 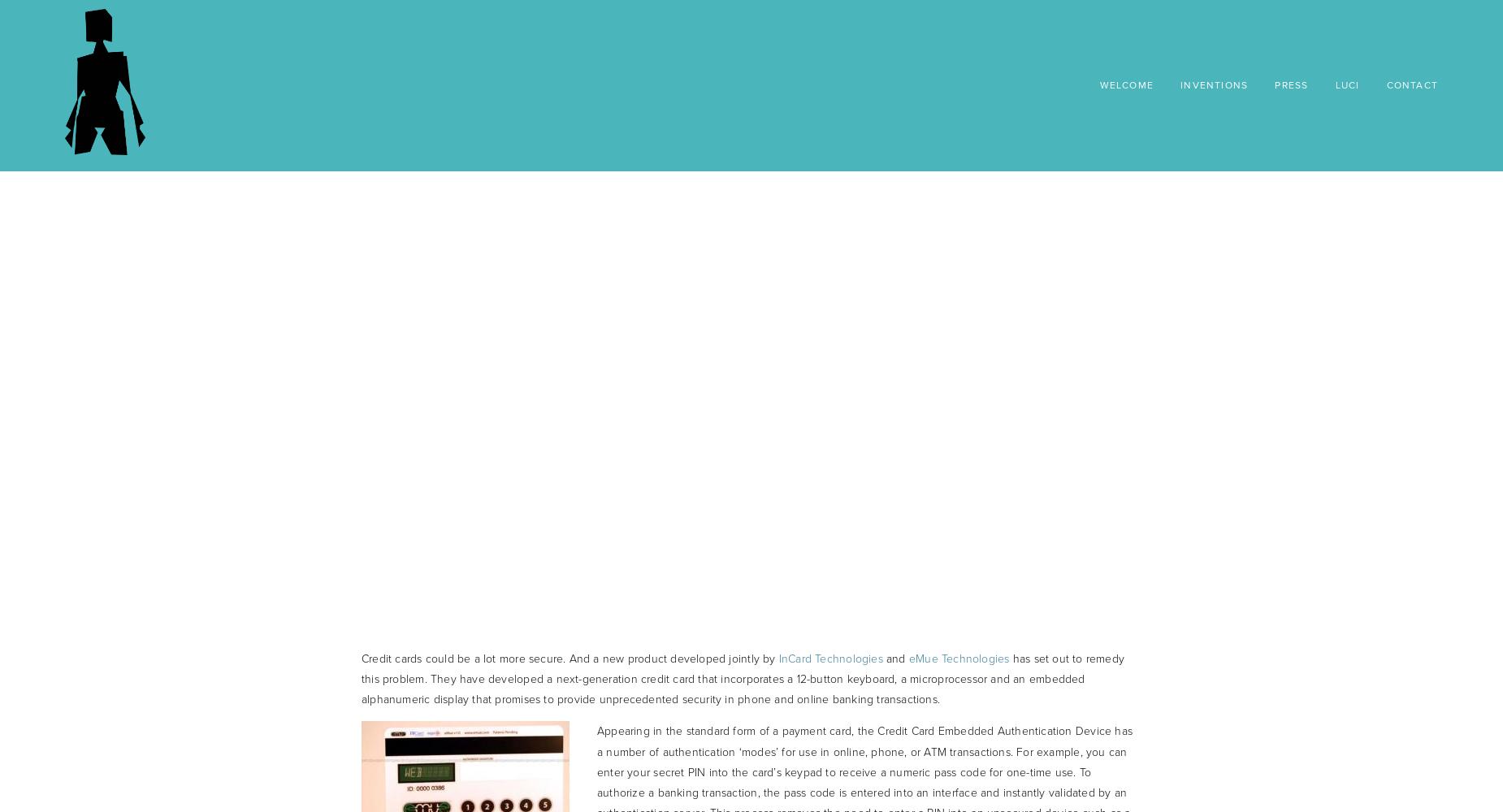 What do you see at coordinates (743, 678) in the screenshot?
I see `'has set out to remedy this problem. They have developed a next-generation credit card that incorporates a 12-button keyboard, a microprocessor and an embedded alphanumeric display that promises to provide unprecedented security in phone and online banking transactions.'` at bounding box center [743, 678].